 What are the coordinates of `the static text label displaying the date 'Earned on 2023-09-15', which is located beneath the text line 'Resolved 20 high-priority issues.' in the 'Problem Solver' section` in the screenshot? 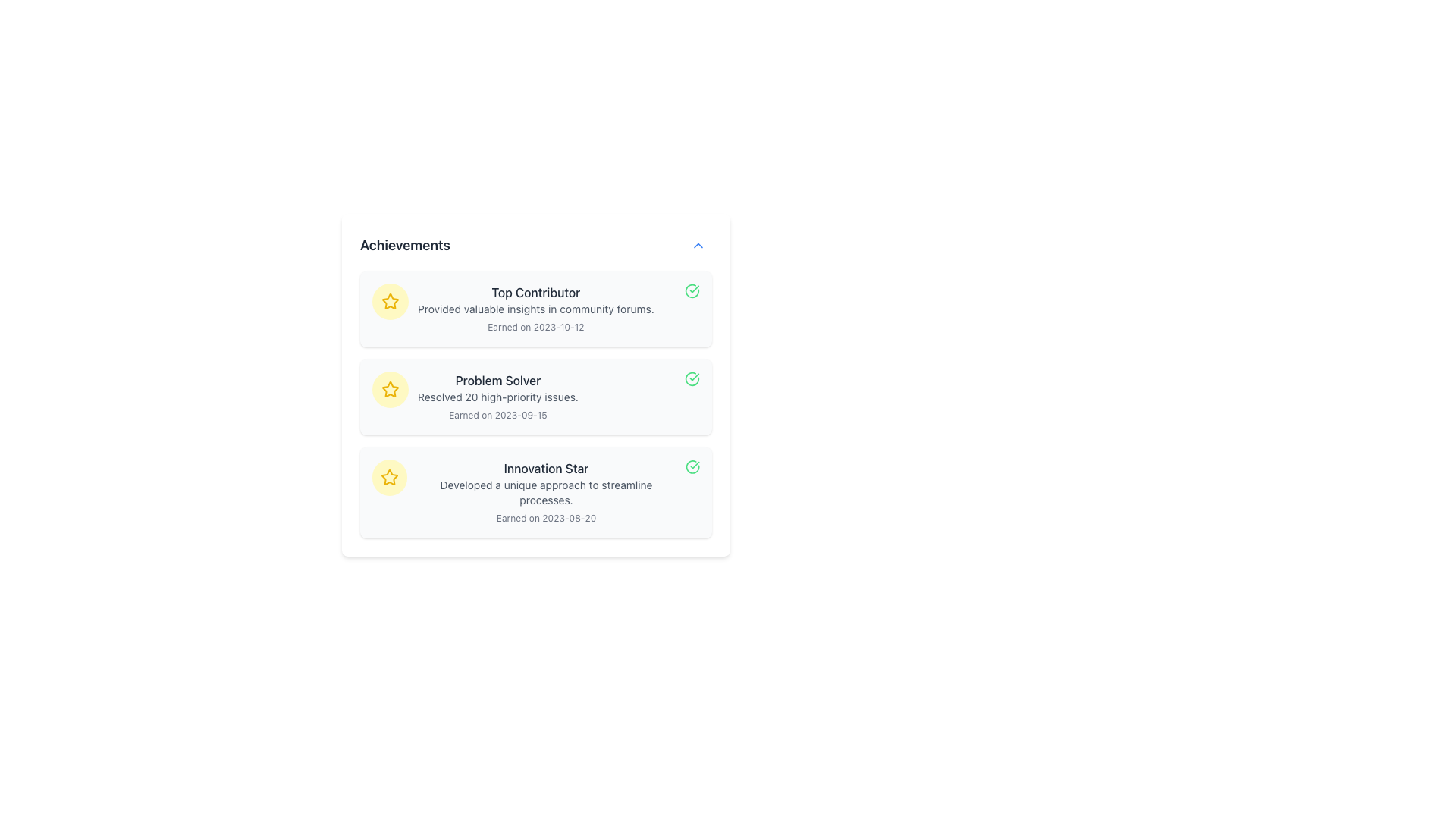 It's located at (498, 415).